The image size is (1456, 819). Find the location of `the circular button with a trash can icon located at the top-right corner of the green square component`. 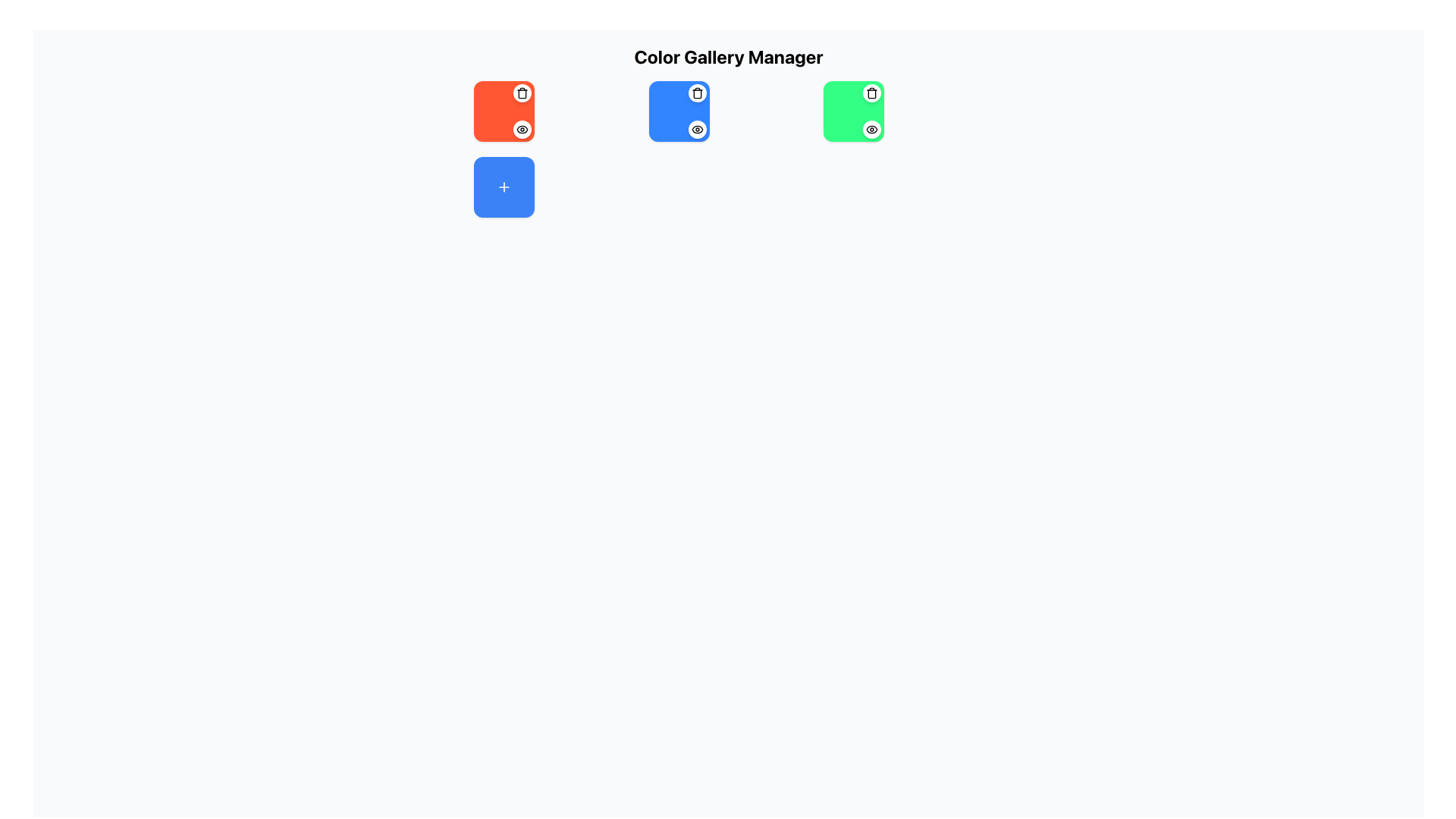

the circular button with a trash can icon located at the top-right corner of the green square component is located at coordinates (872, 93).